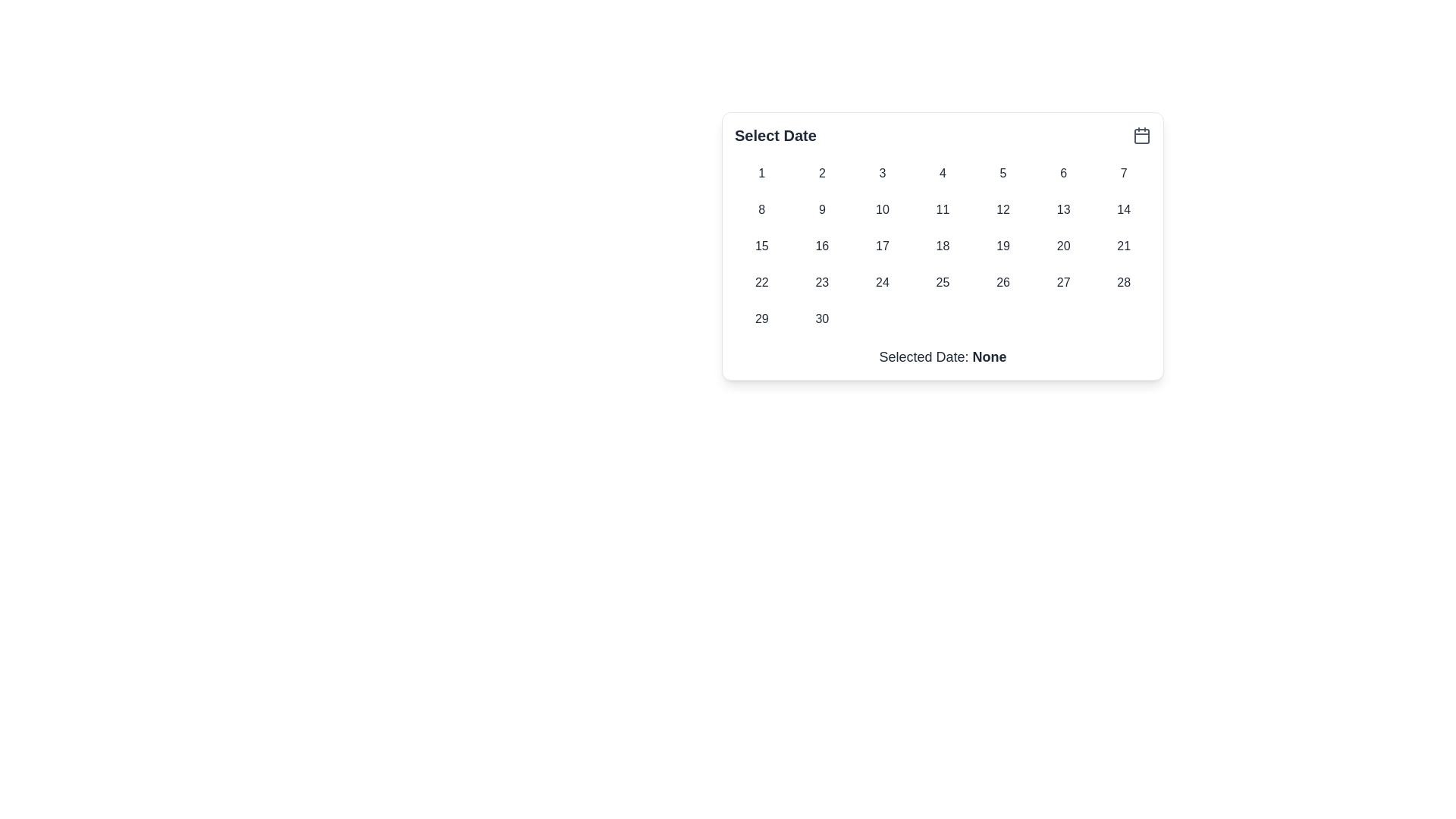 Image resolution: width=1456 pixels, height=819 pixels. Describe the element at coordinates (882, 283) in the screenshot. I see `the selectable day button representing the date '24' in the calendar grid` at that location.